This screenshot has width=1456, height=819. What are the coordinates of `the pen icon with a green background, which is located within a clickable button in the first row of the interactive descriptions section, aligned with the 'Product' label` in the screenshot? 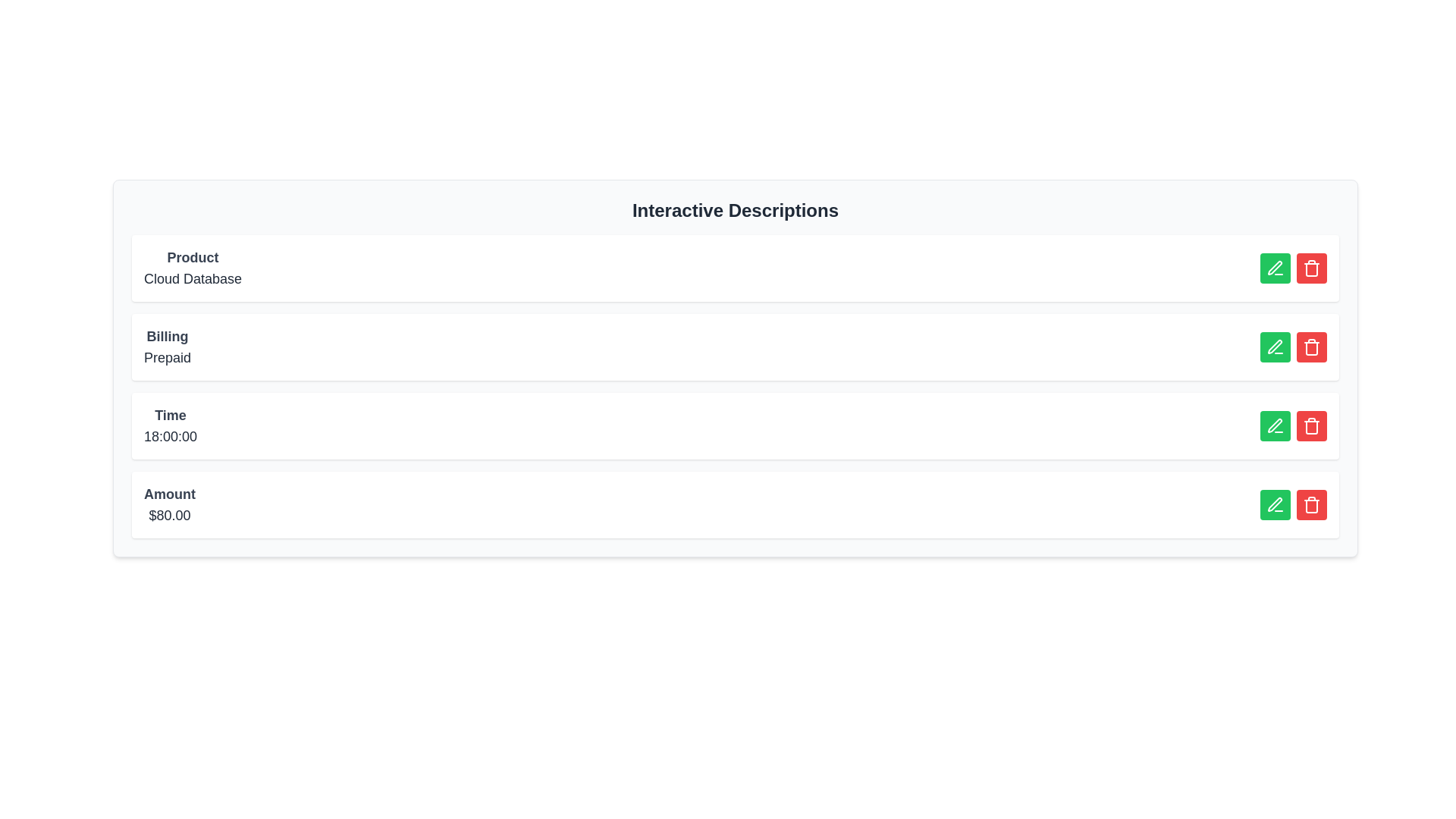 It's located at (1274, 268).